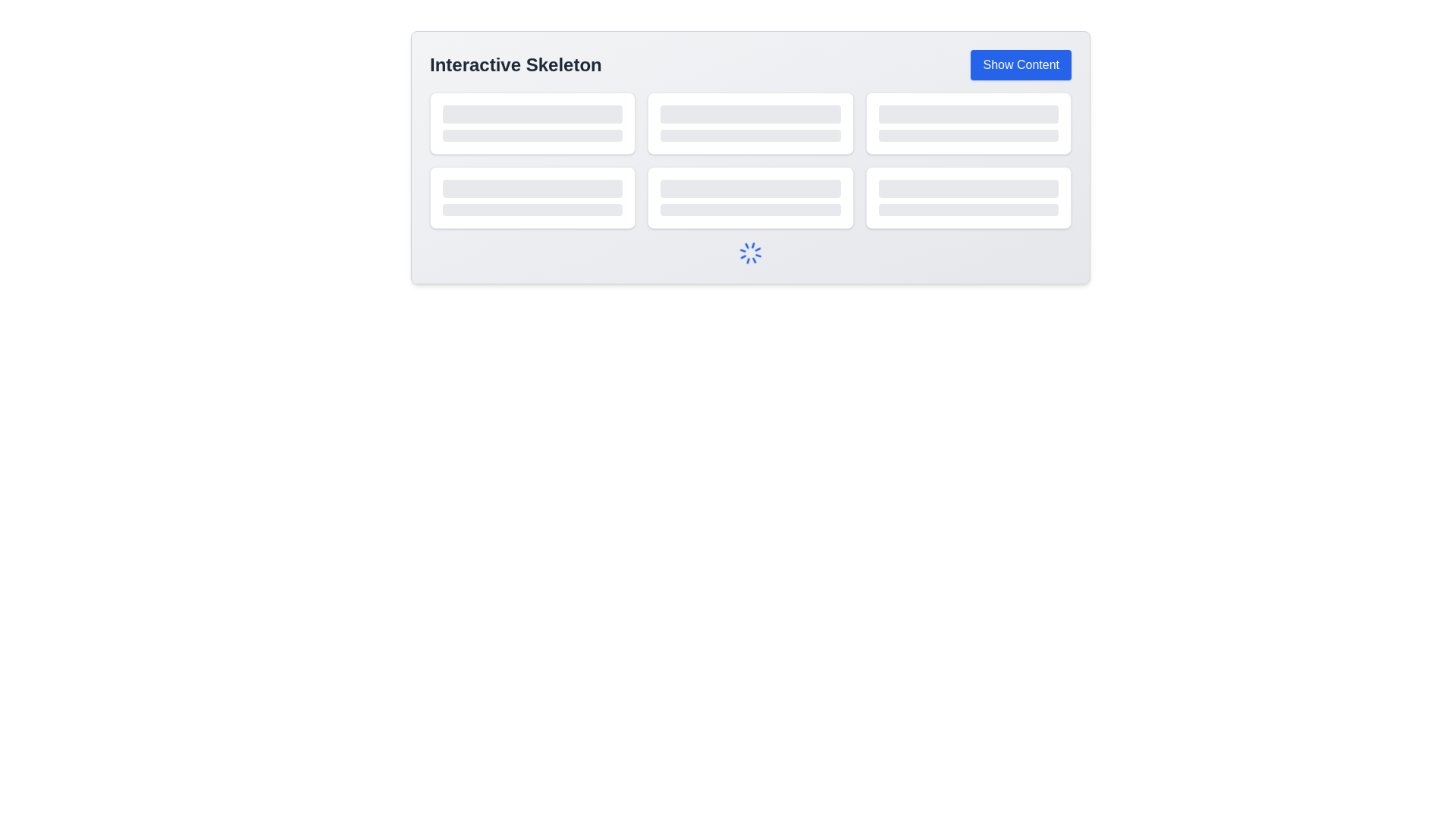 The height and width of the screenshot is (819, 1456). I want to click on the horizontal rectangle placeholder or loading skeleton element, which has a gray background and rounded ends, positioned centrally below a taller sibling element, so click(968, 134).